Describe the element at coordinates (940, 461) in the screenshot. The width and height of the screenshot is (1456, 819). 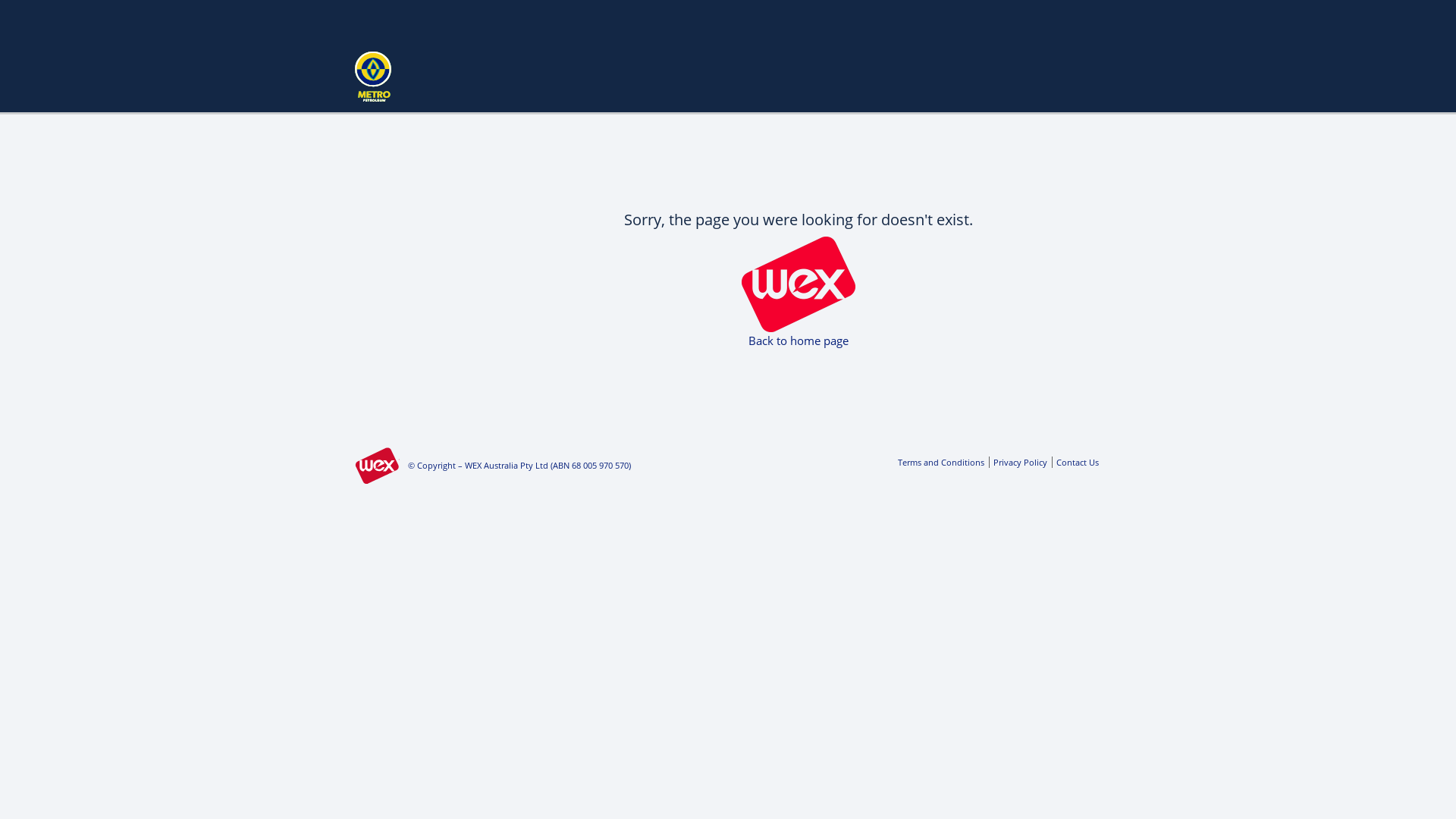
I see `'Terms and Conditions'` at that location.